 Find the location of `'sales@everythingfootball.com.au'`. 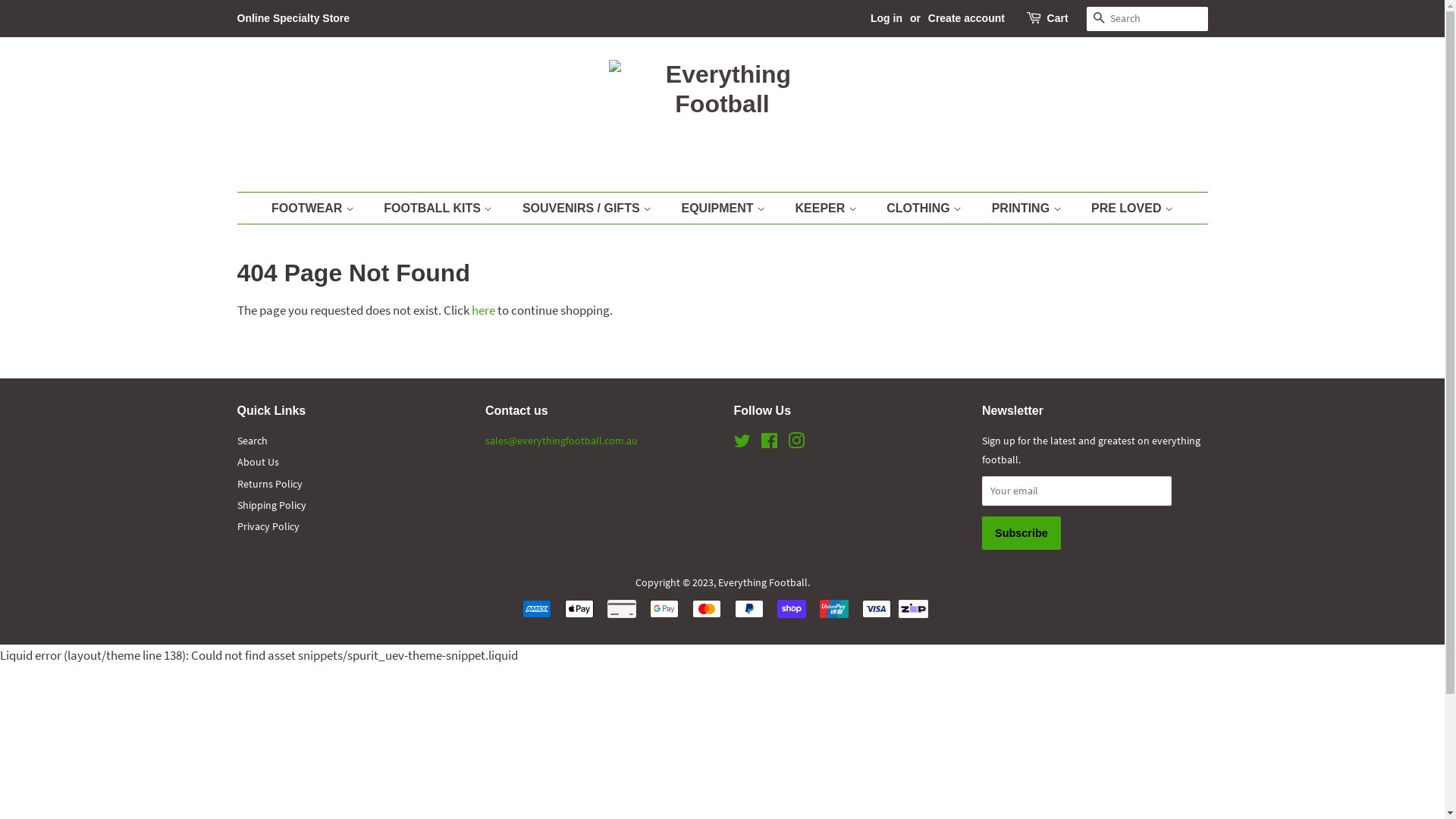

'sales@everythingfootball.com.au' is located at coordinates (560, 441).